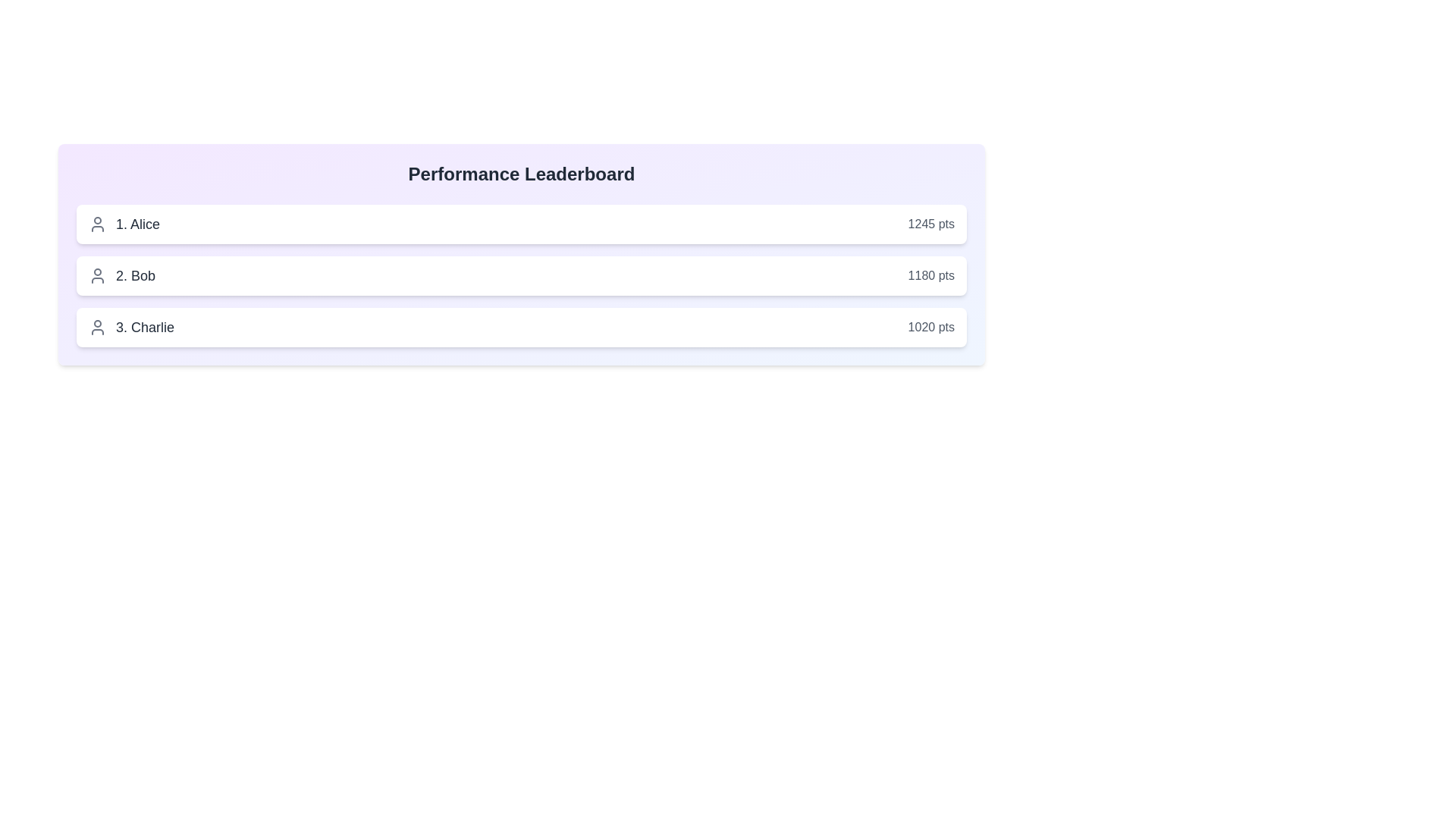 Image resolution: width=1456 pixels, height=819 pixels. I want to click on the user entry for Bob, so click(521, 275).